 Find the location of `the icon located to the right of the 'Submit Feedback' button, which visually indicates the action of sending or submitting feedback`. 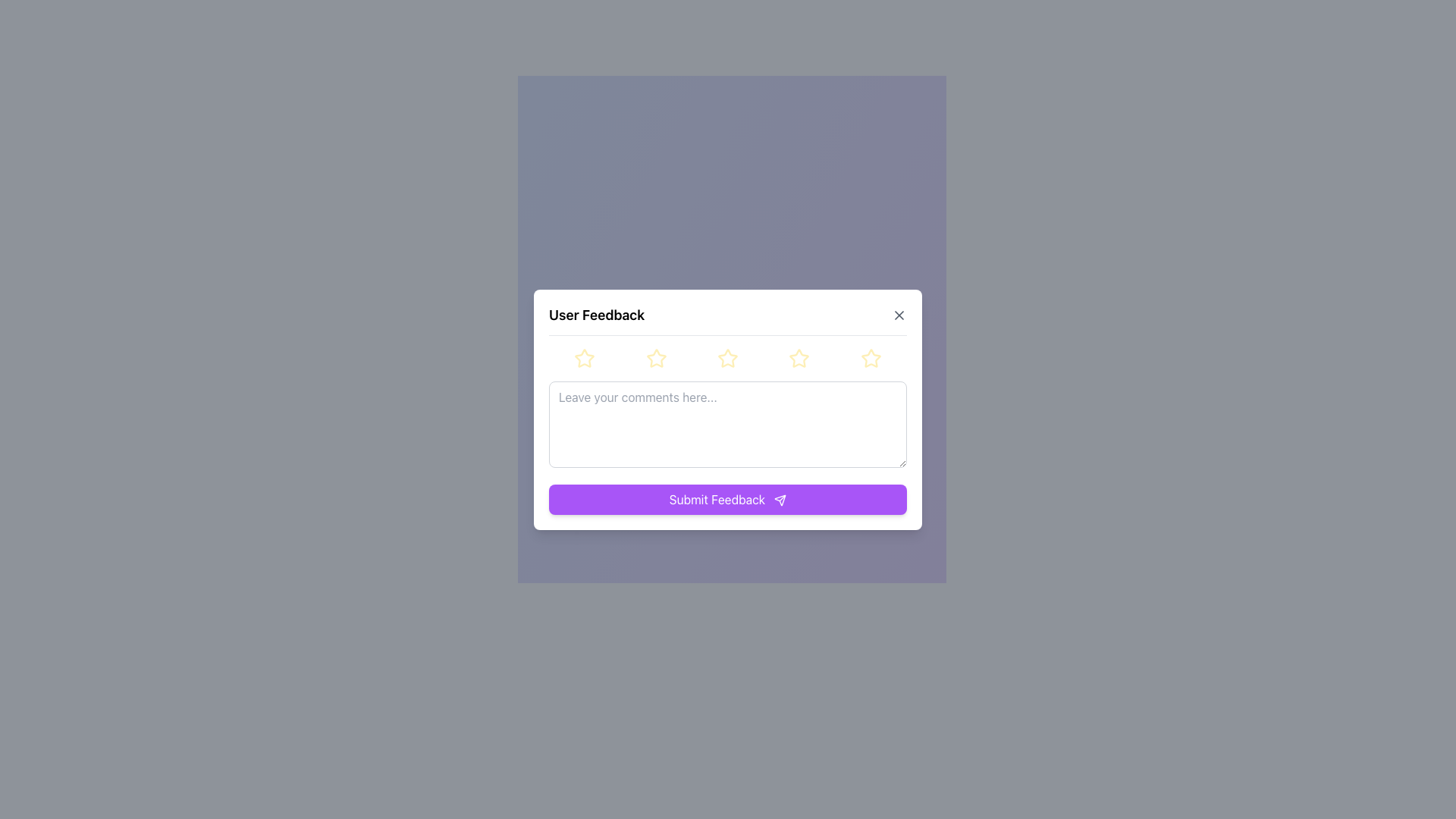

the icon located to the right of the 'Submit Feedback' button, which visually indicates the action of sending or submitting feedback is located at coordinates (780, 500).